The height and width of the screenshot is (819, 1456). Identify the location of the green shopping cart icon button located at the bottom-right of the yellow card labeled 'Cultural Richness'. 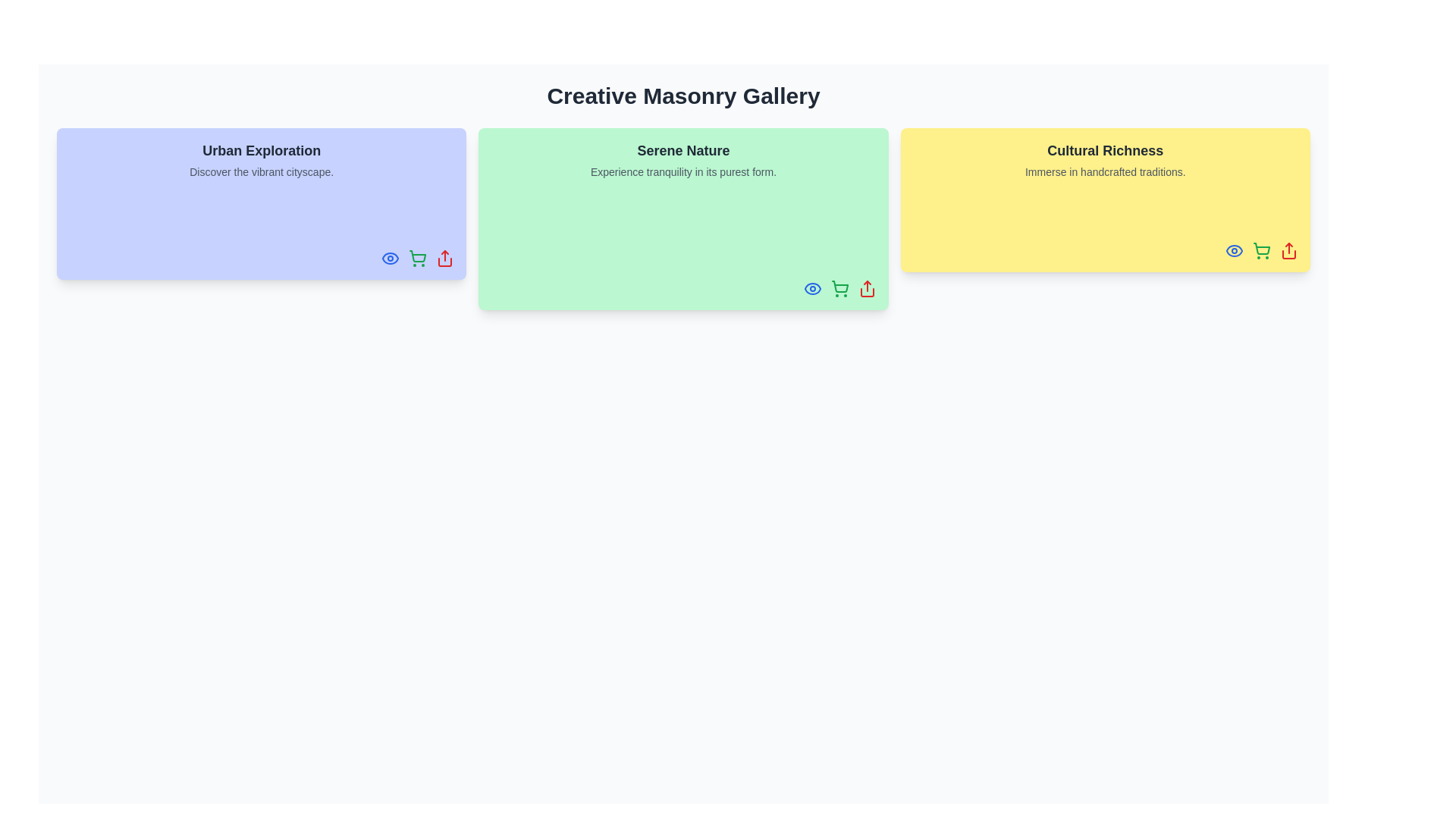
(1262, 250).